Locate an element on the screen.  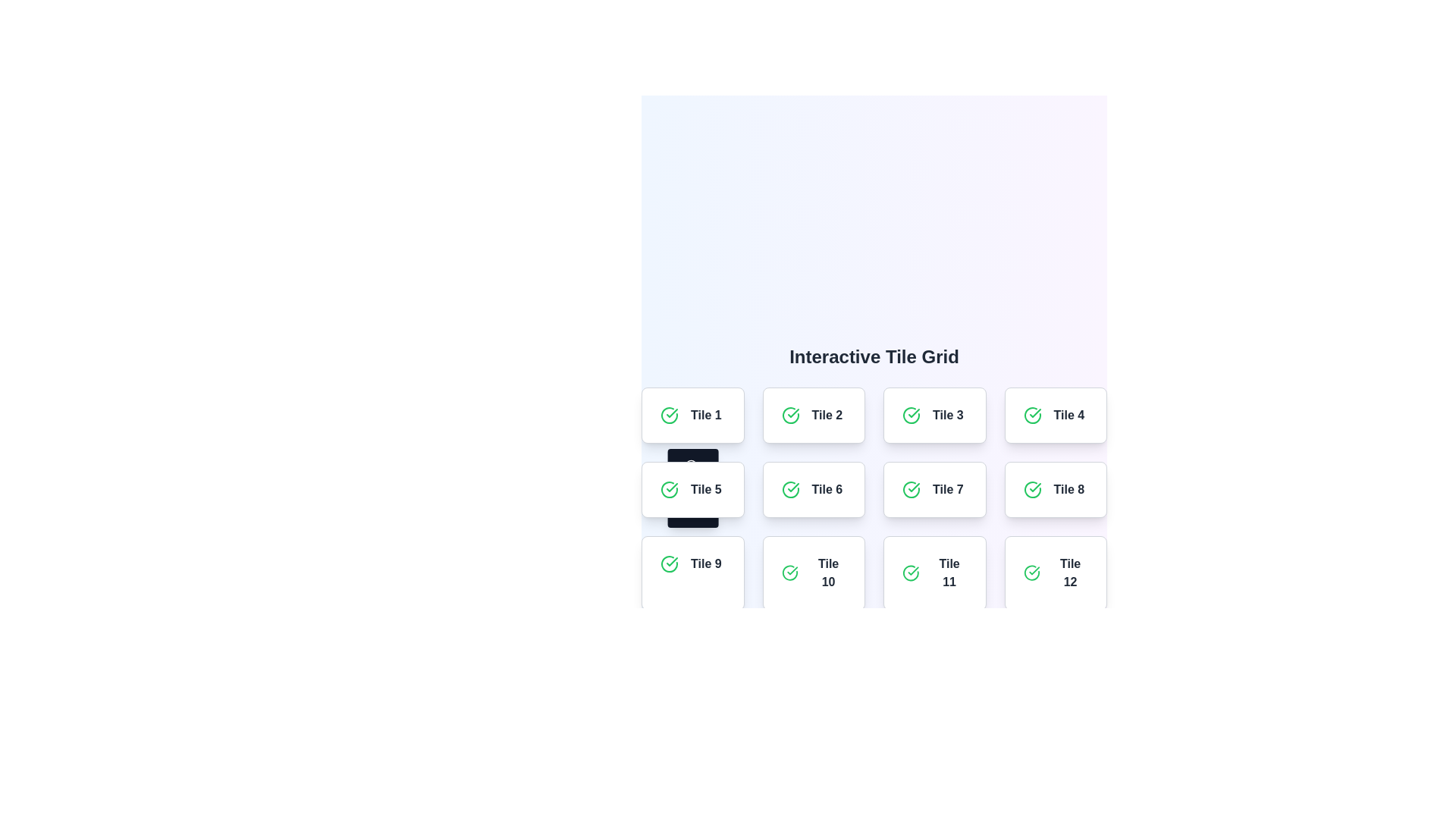
the green checkmark icon within the circular icon located in 'Tile 10' of the 'Interactive Tile Grid' is located at coordinates (792, 571).